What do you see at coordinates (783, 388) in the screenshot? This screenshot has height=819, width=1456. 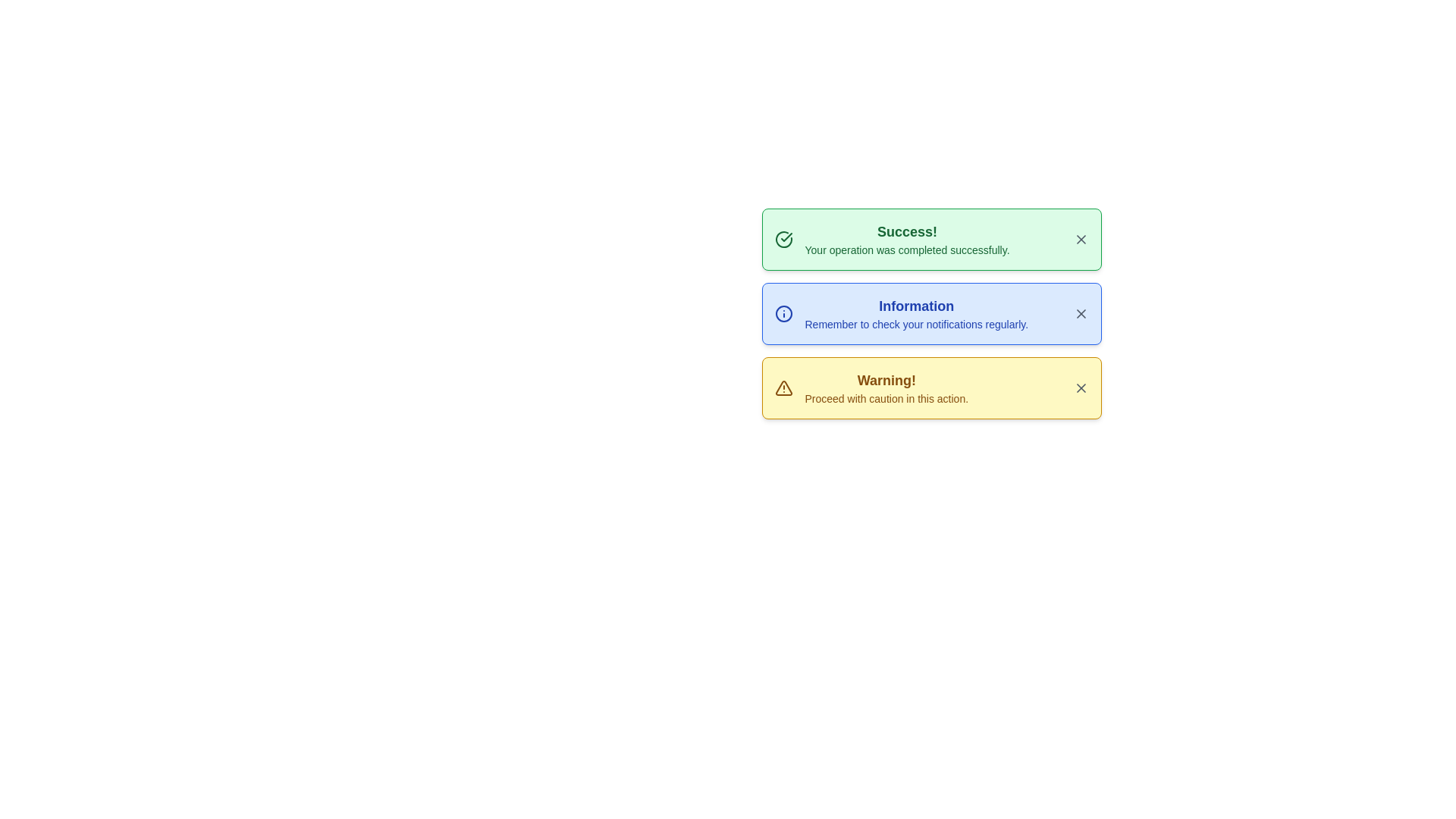 I see `the triangular warning icon with a yellow background and an exclamation mark at its center, located in the bottom-left corner of the alert box titled 'Warning!'` at bounding box center [783, 388].